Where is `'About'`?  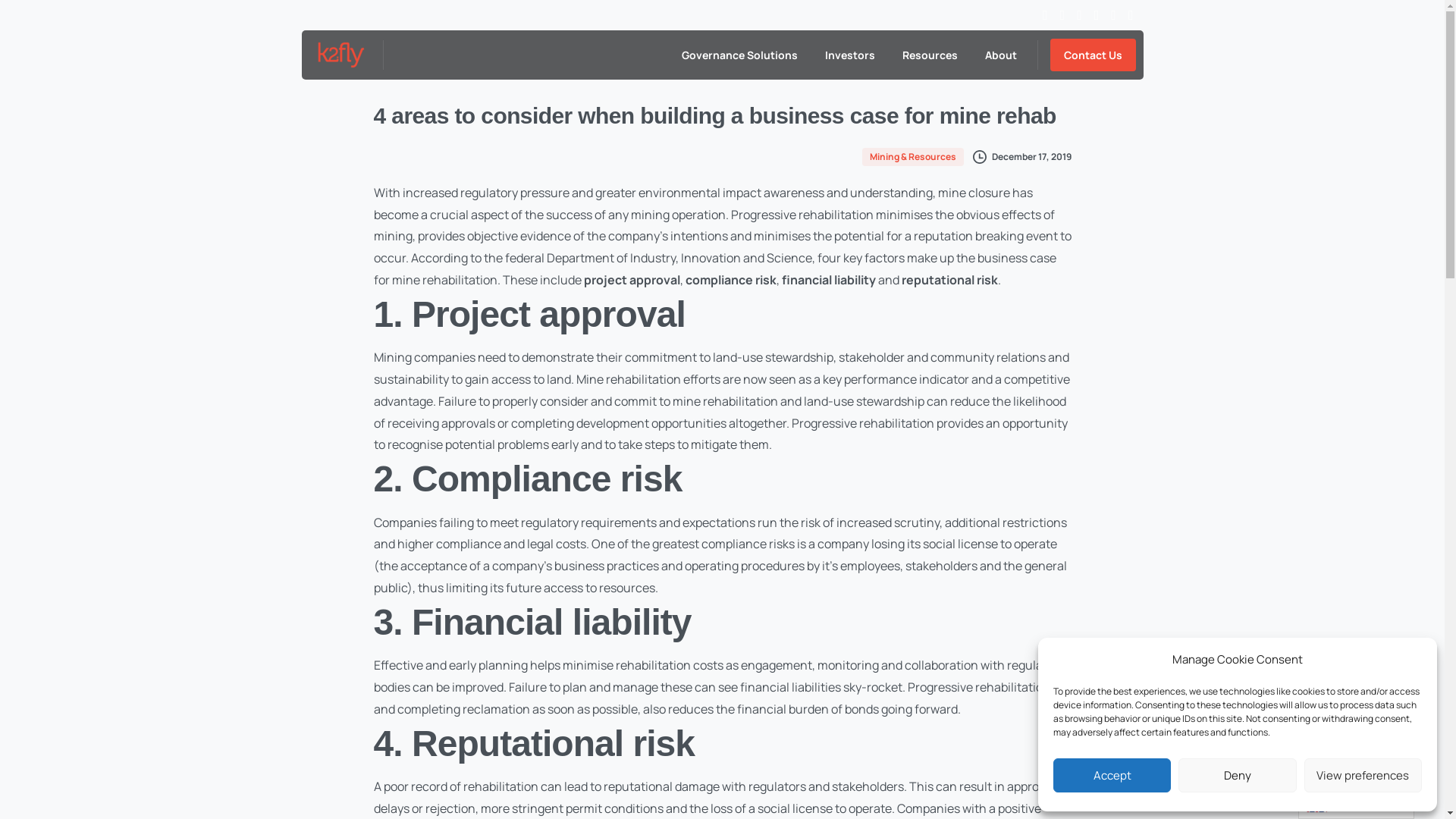 'About' is located at coordinates (1000, 54).